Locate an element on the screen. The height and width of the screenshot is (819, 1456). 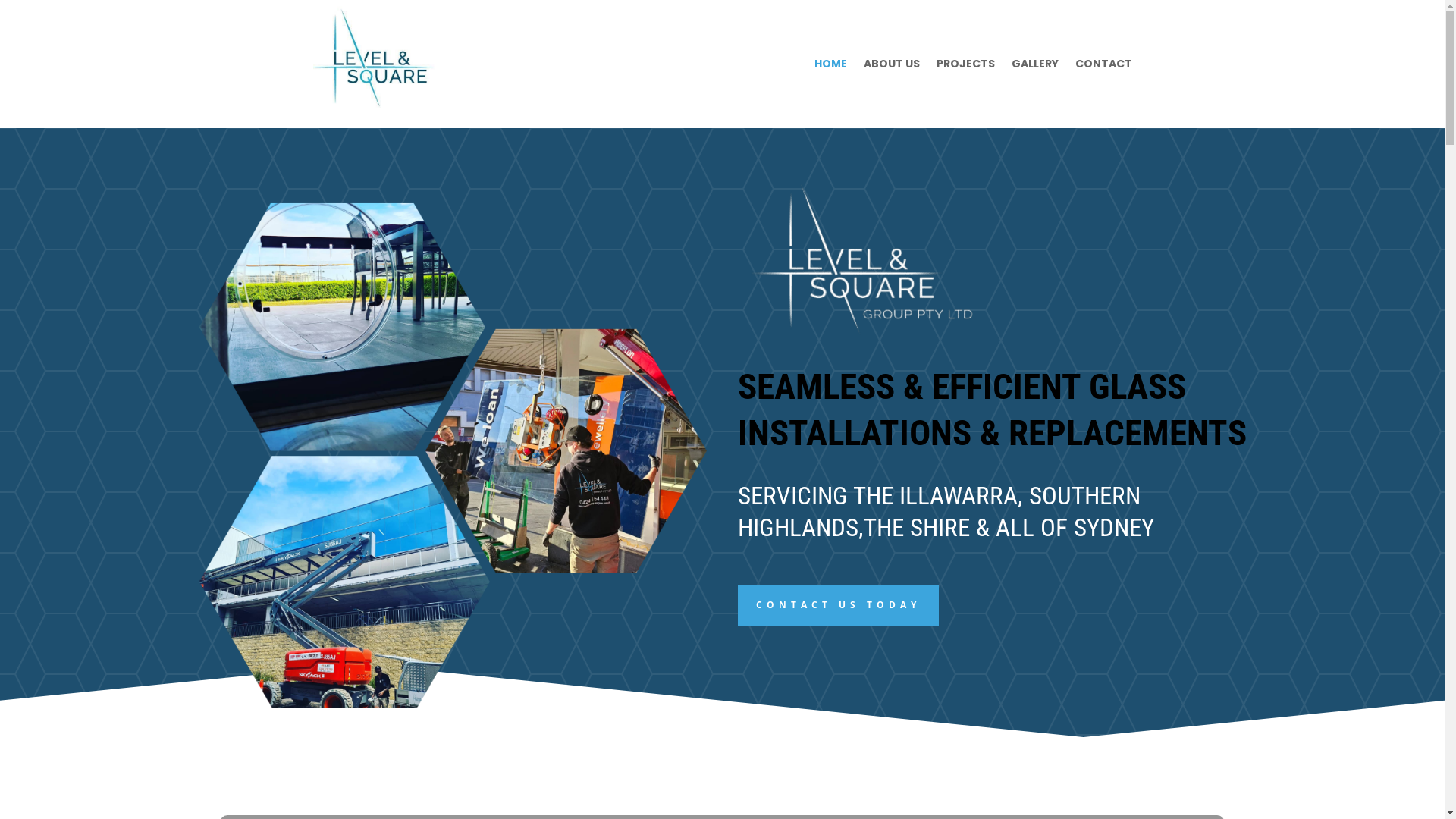
'HOME' is located at coordinates (830, 63).